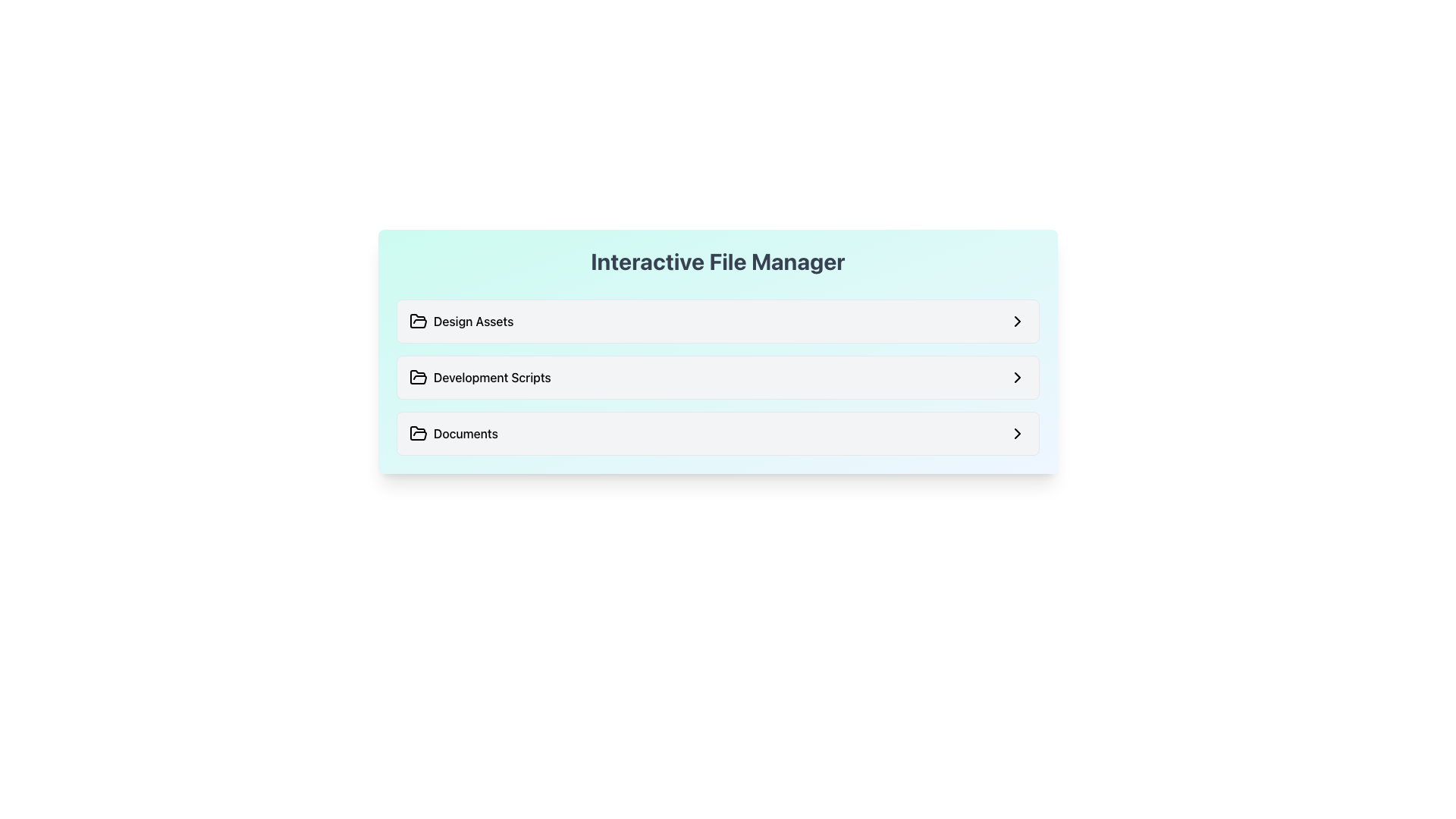 This screenshot has width=1456, height=819. I want to click on the 'Development Scripts' text label, which is the second row in a vertical list of foldered options, located below 'Design Assets' and above 'Documents', so click(479, 376).